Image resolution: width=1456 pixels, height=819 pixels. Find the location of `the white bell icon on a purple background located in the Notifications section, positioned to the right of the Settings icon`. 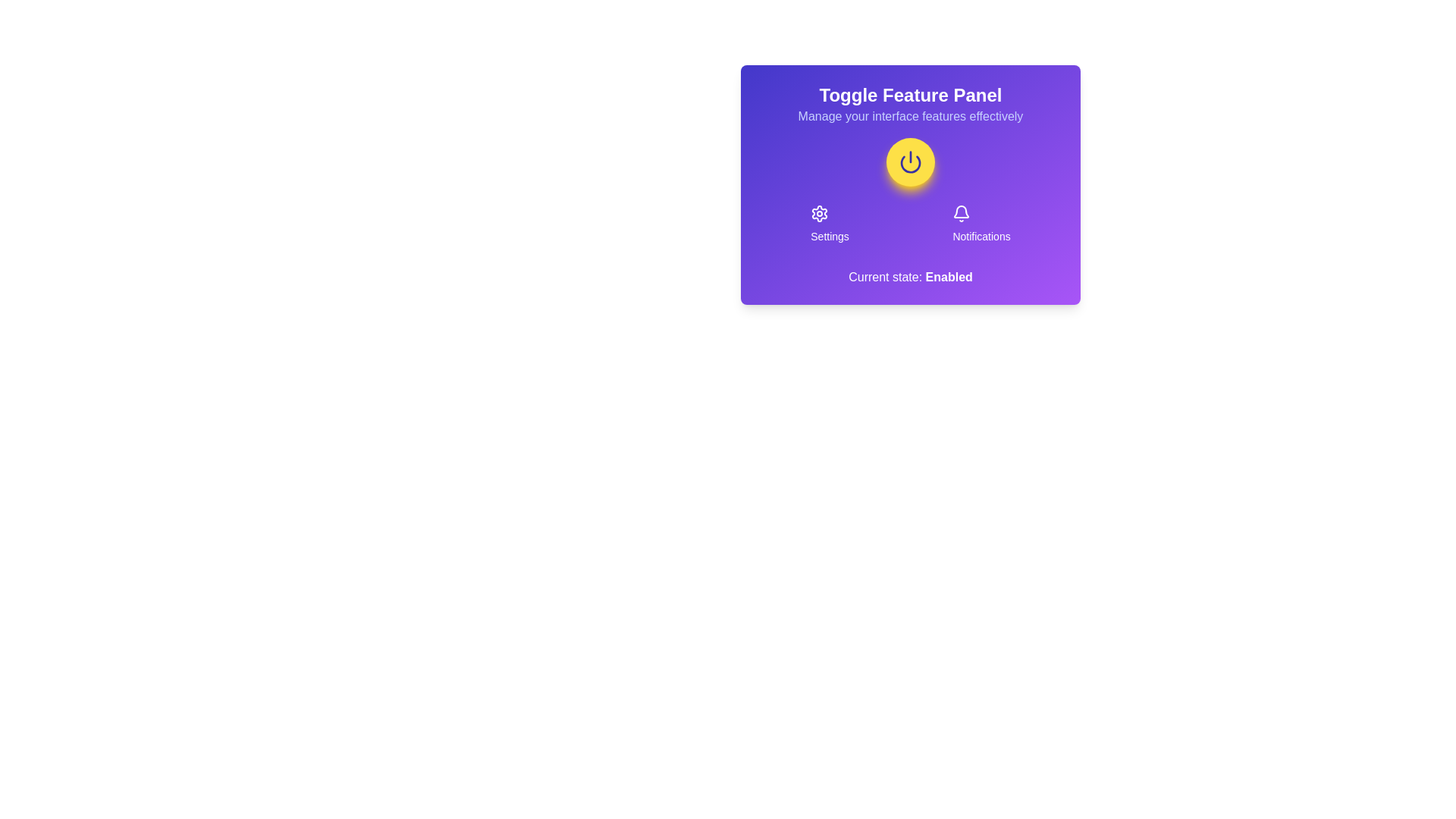

the white bell icon on a purple background located in the Notifications section, positioned to the right of the Settings icon is located at coordinates (961, 213).